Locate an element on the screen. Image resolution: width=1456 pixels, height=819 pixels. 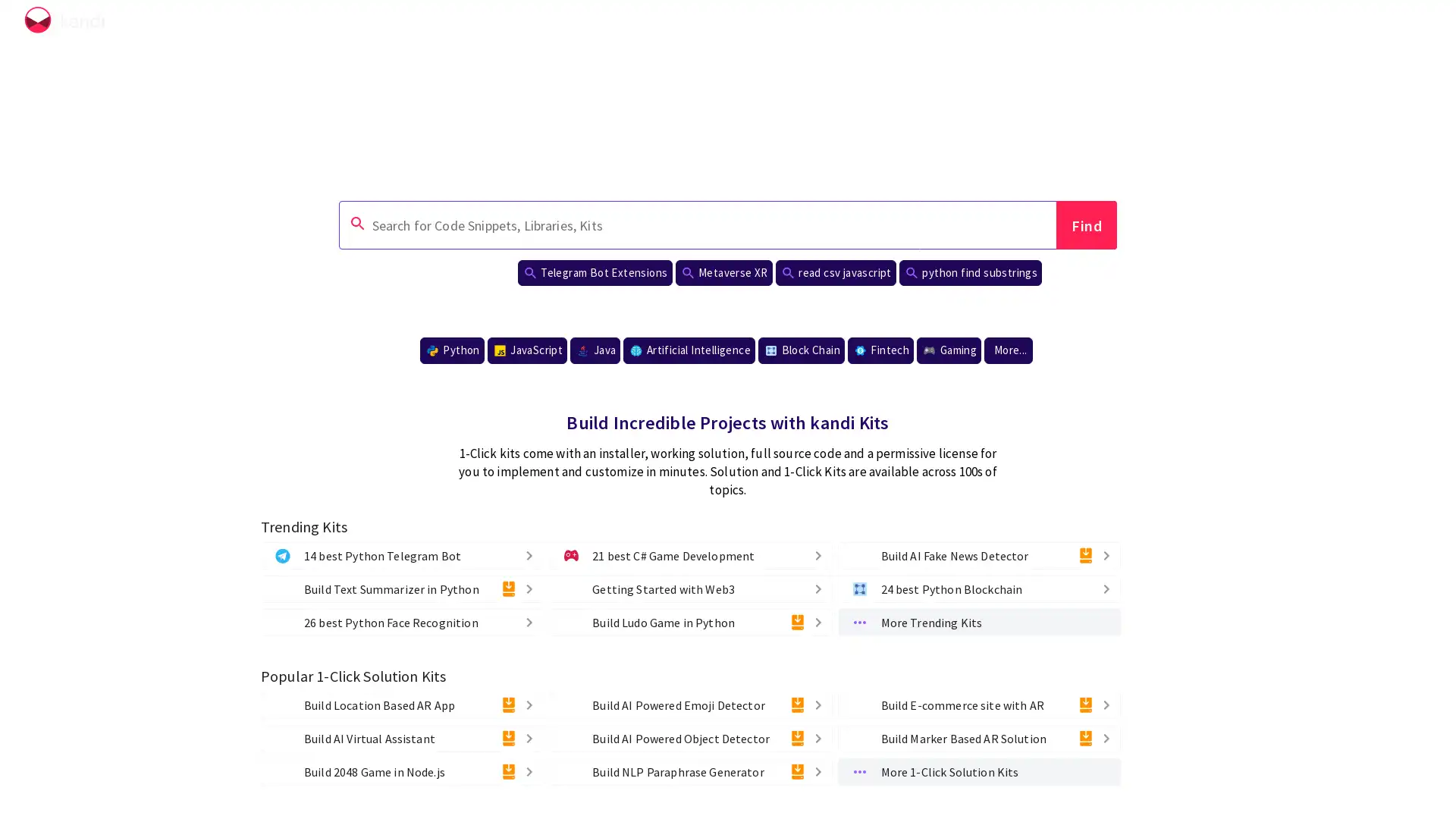
delete is located at coordinates (817, 771).